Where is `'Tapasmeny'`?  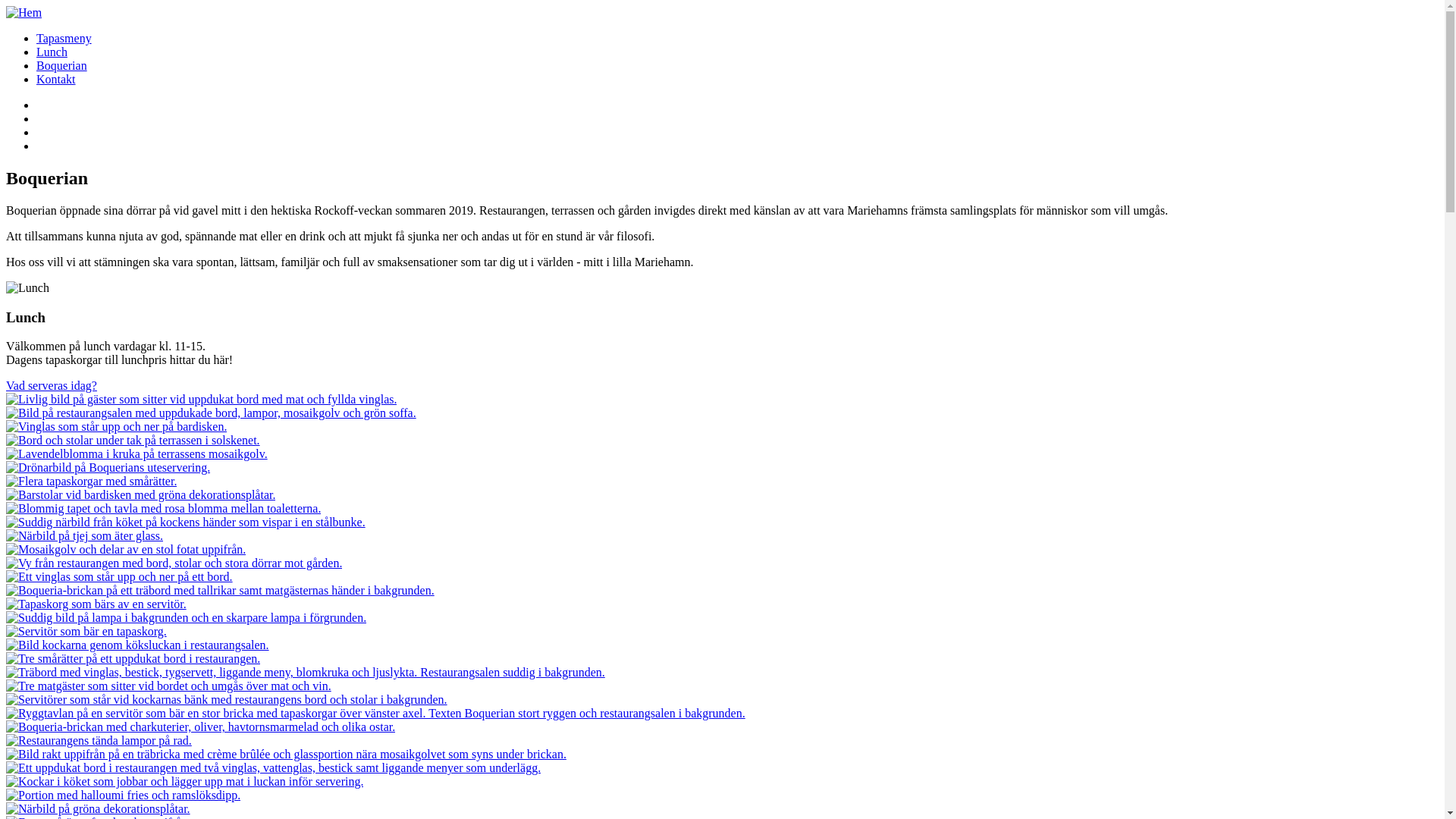 'Tapasmeny' is located at coordinates (63, 37).